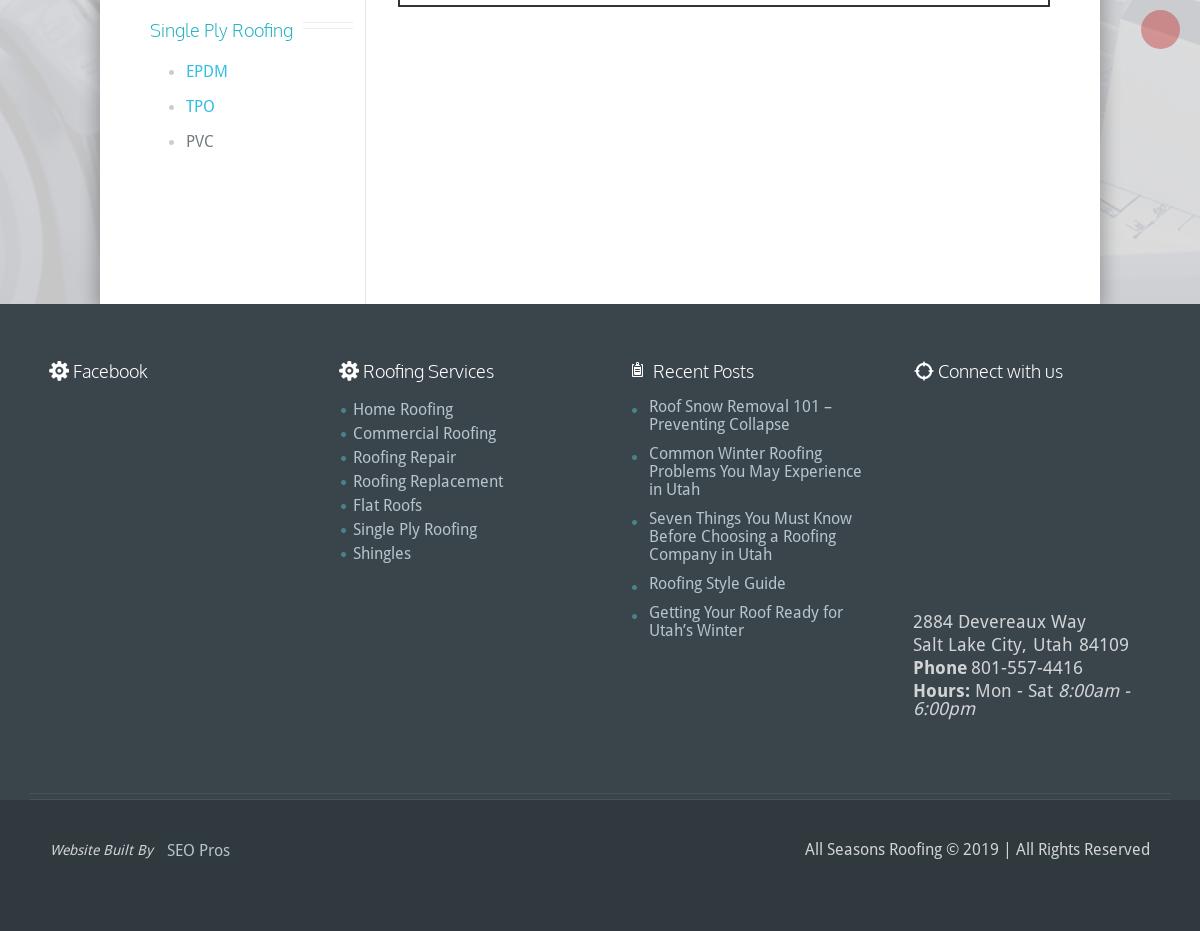 Image resolution: width=1200 pixels, height=931 pixels. What do you see at coordinates (424, 432) in the screenshot?
I see `'Commercial Roofing'` at bounding box center [424, 432].